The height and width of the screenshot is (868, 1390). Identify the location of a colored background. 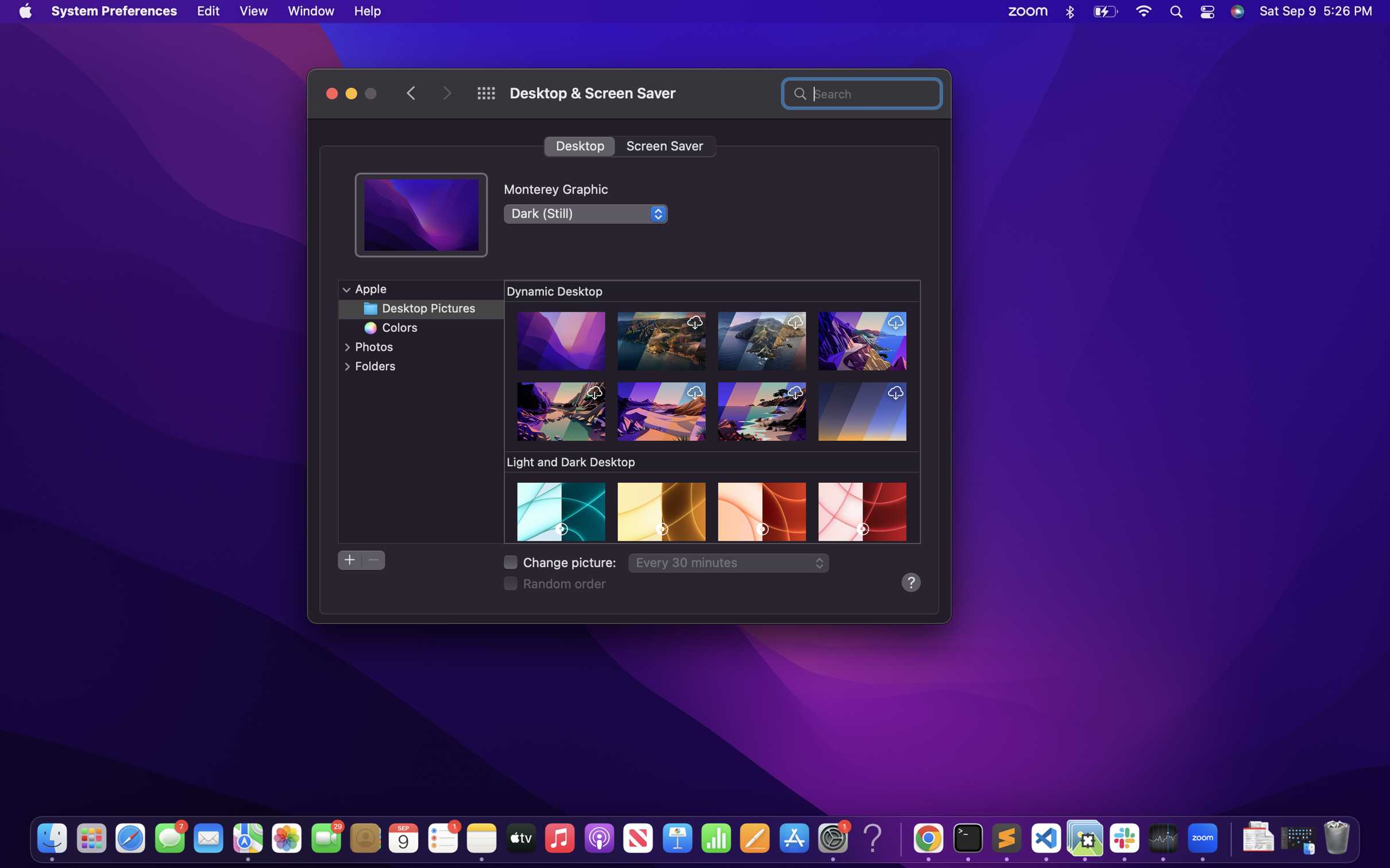
(423, 328).